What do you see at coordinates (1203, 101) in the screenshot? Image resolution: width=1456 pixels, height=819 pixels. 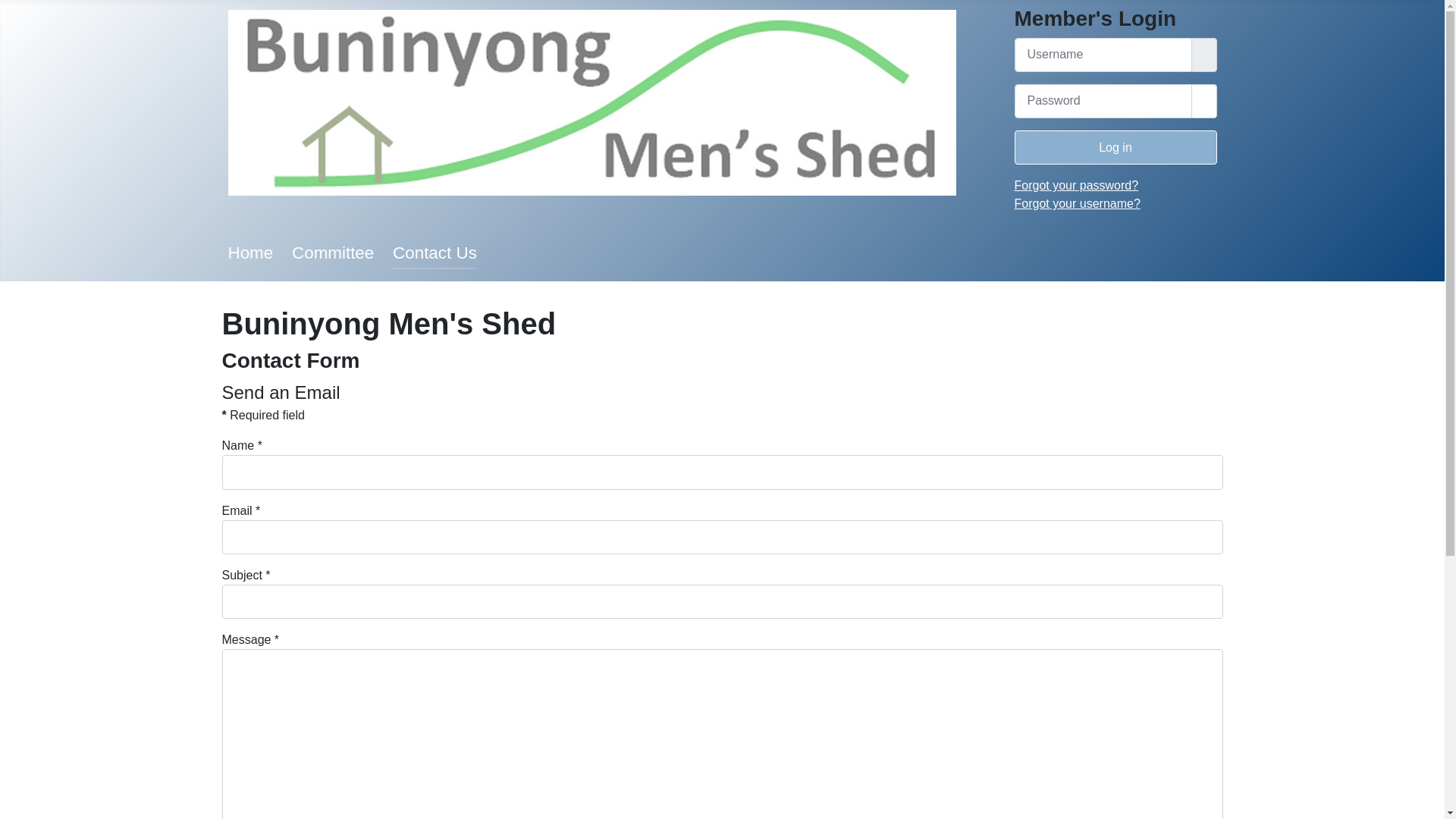 I see `'Show Password'` at bounding box center [1203, 101].